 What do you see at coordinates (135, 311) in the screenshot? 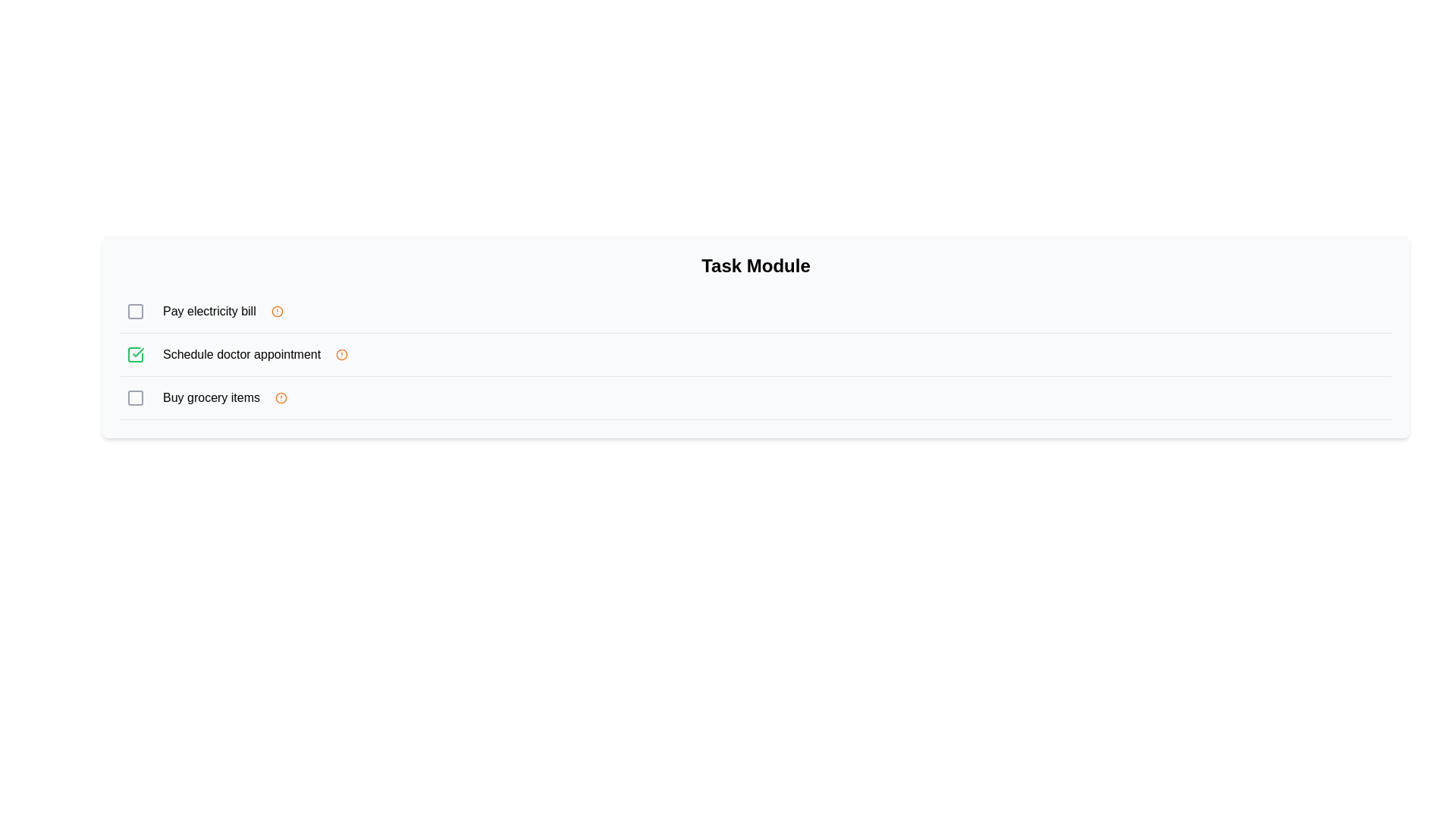
I see `the actionable status icon for 'Pay electricity bill', which is located at the top left of the first row in the list of tasks` at bounding box center [135, 311].